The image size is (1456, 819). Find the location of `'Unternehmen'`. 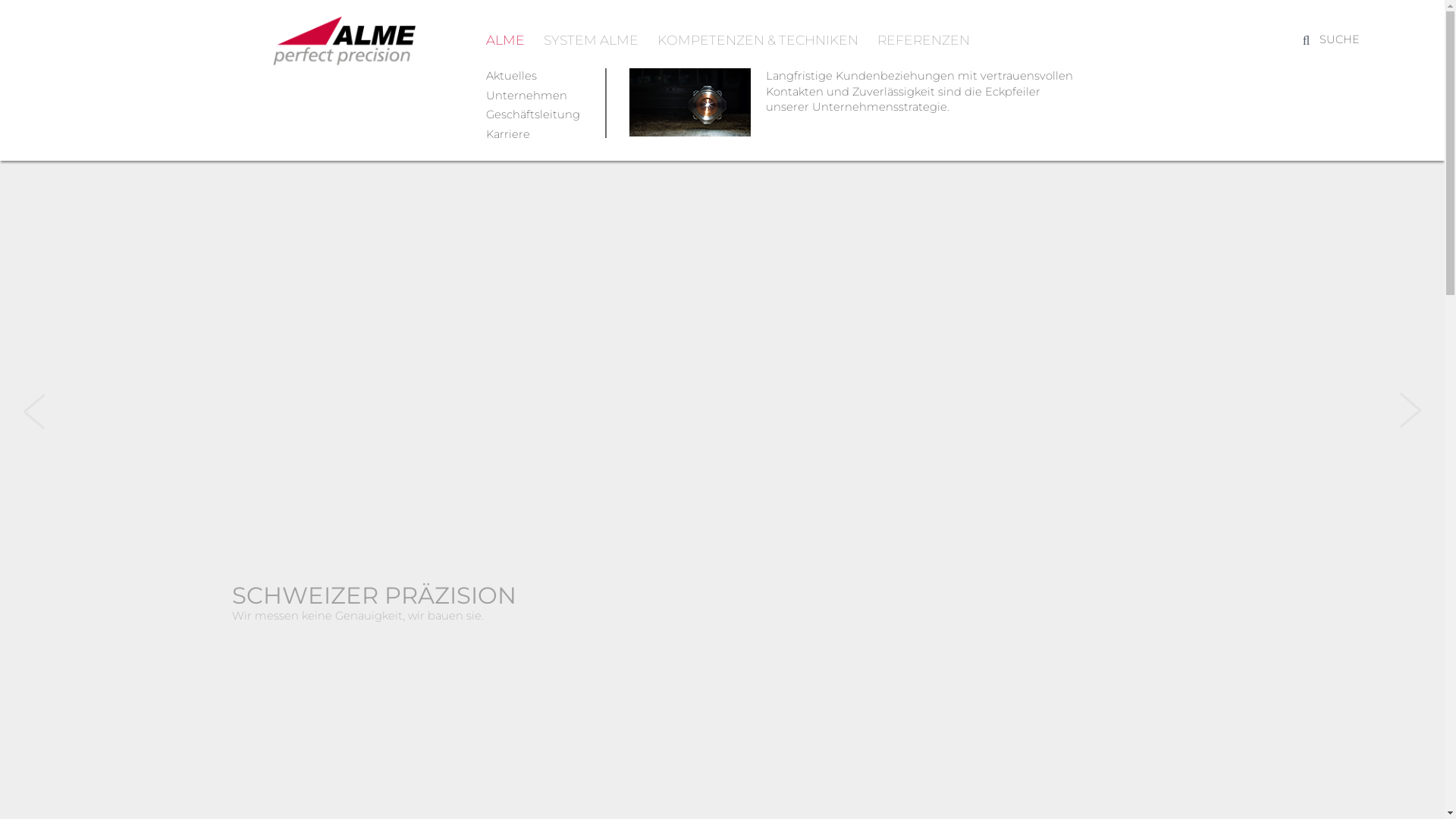

'Unternehmen' is located at coordinates (526, 96).